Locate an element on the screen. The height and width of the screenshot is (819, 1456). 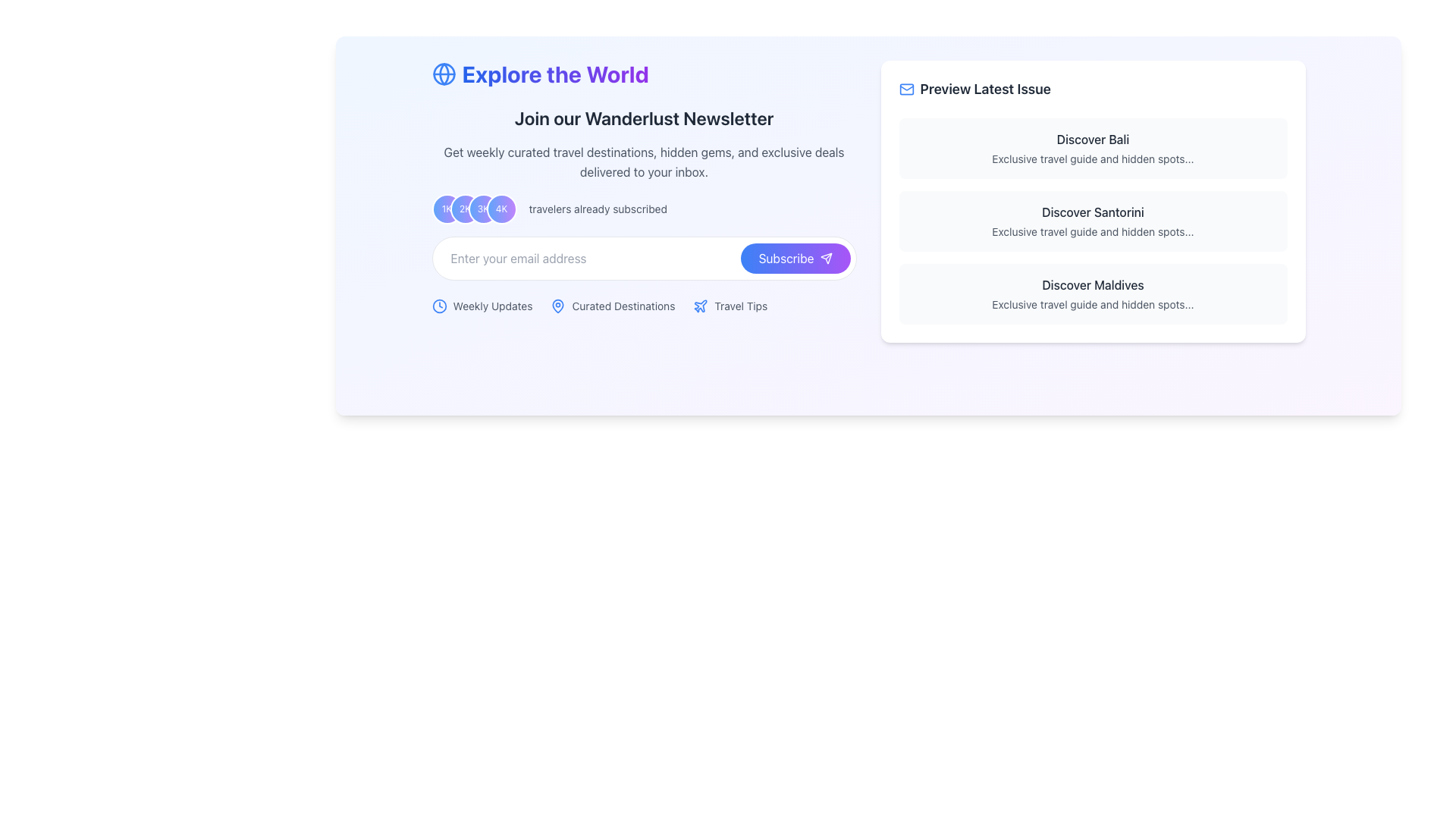
the communication or mailing icon located at the top-left of the 'Preview Latest Issue' card, adjacent to its title is located at coordinates (906, 89).